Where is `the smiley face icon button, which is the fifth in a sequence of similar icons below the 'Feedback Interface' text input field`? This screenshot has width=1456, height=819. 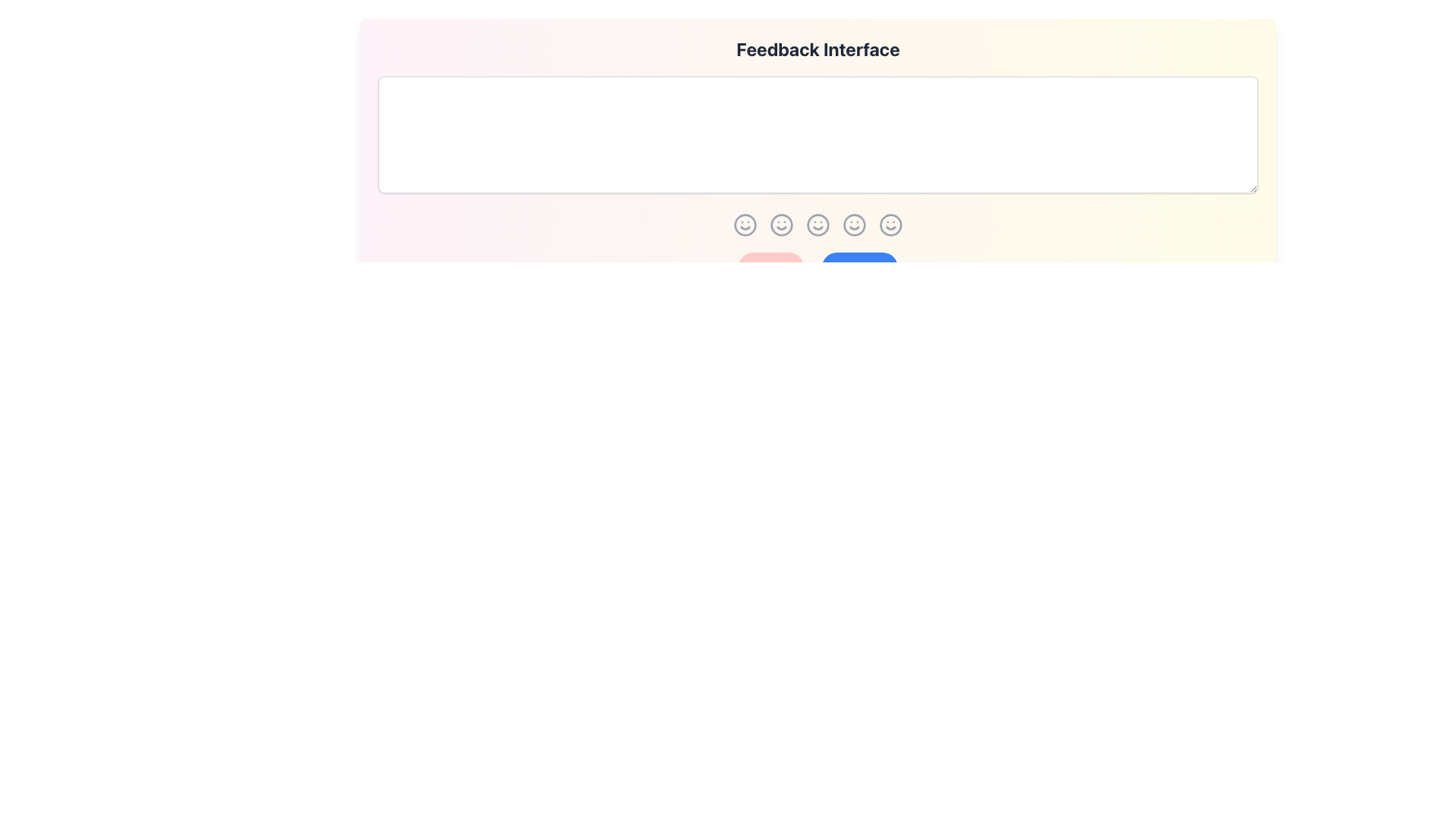 the smiley face icon button, which is the fifth in a sequence of similar icons below the 'Feedback Interface' text input field is located at coordinates (855, 225).